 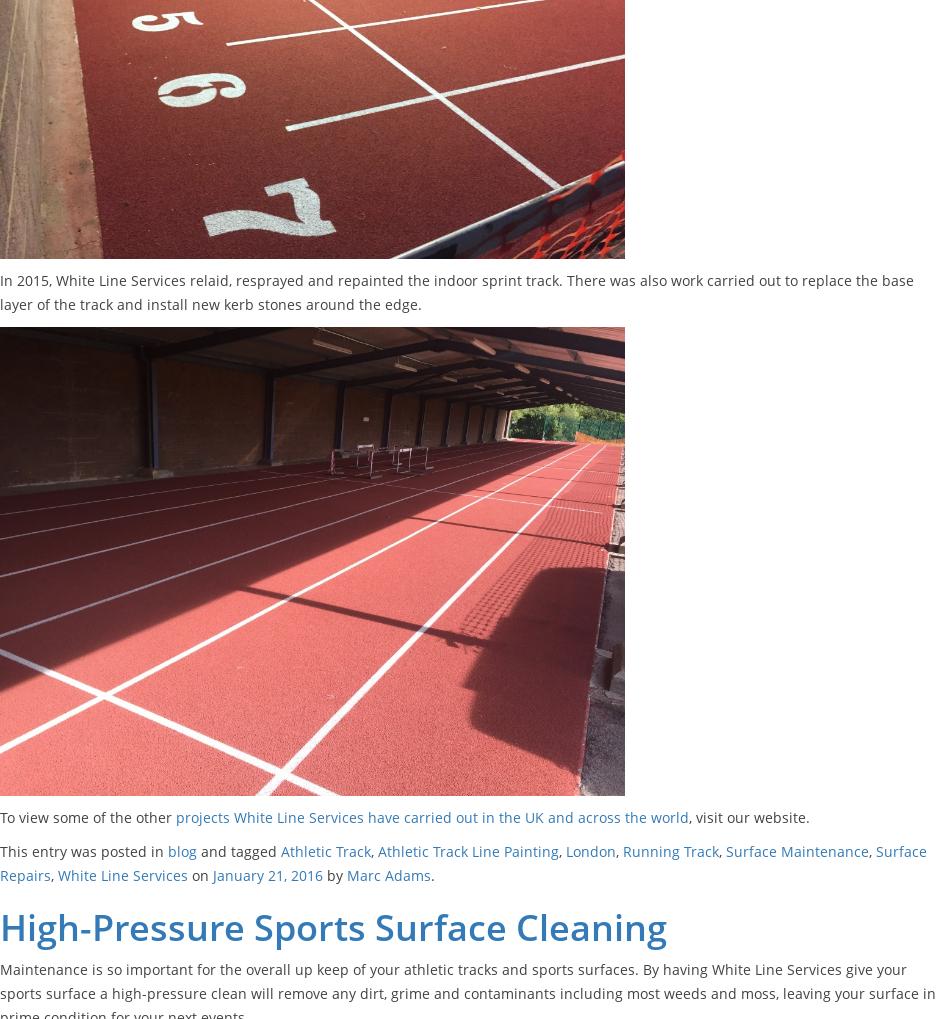 I want to click on 'London', so click(x=590, y=850).